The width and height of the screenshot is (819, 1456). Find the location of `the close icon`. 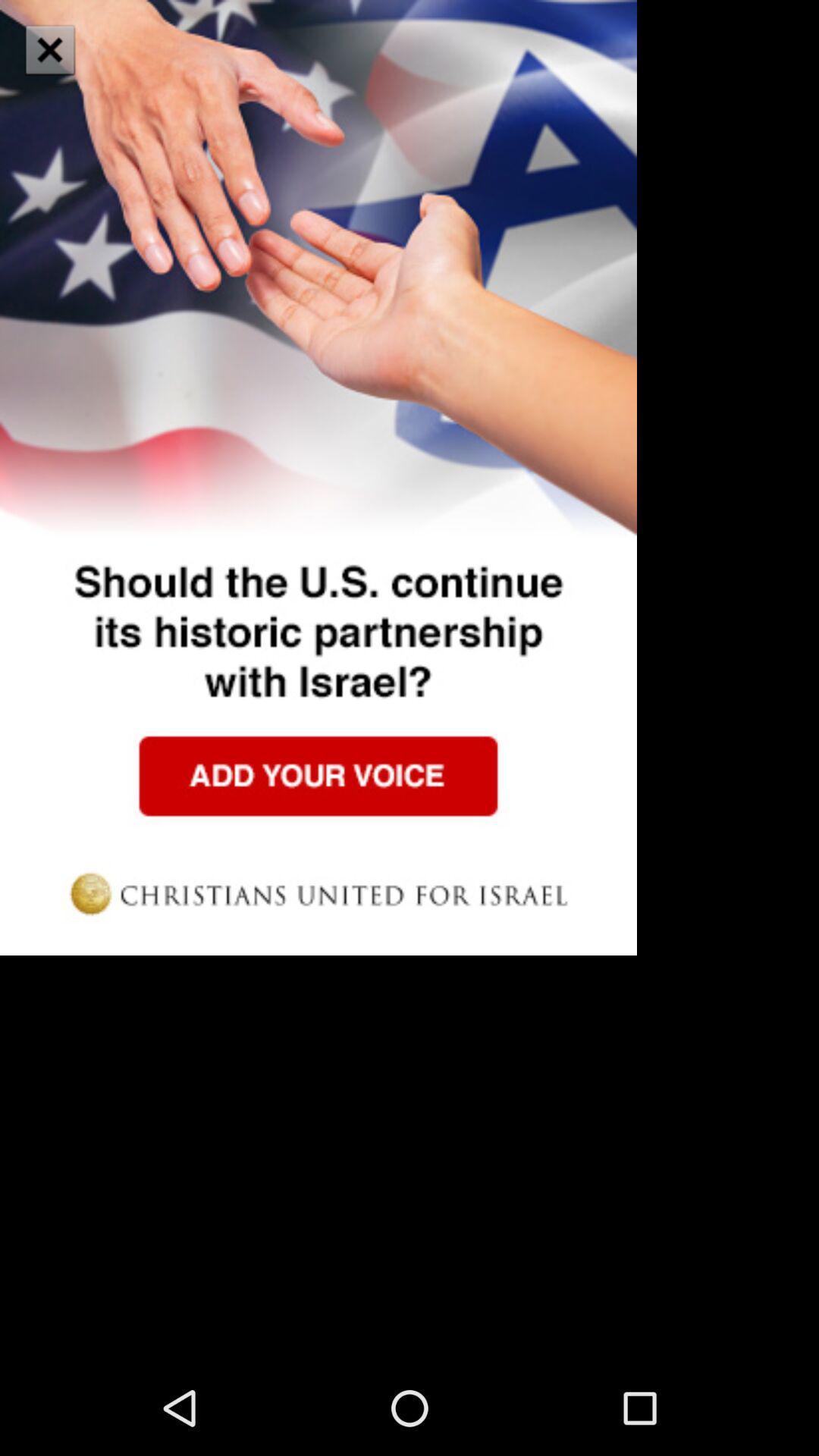

the close icon is located at coordinates (49, 53).